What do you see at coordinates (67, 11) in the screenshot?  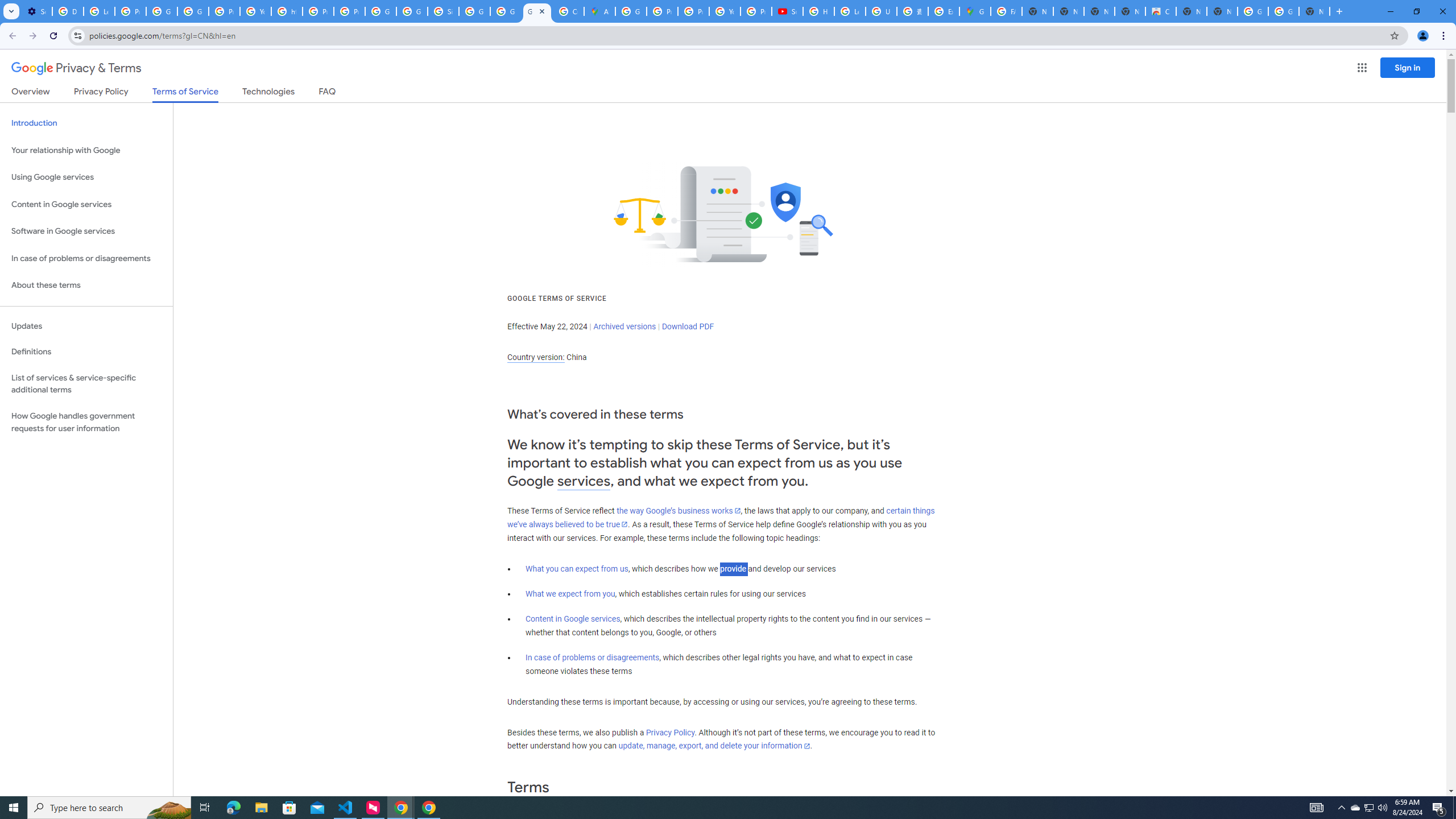 I see `'Delete photos & videos - Computer - Google Photos Help'` at bounding box center [67, 11].